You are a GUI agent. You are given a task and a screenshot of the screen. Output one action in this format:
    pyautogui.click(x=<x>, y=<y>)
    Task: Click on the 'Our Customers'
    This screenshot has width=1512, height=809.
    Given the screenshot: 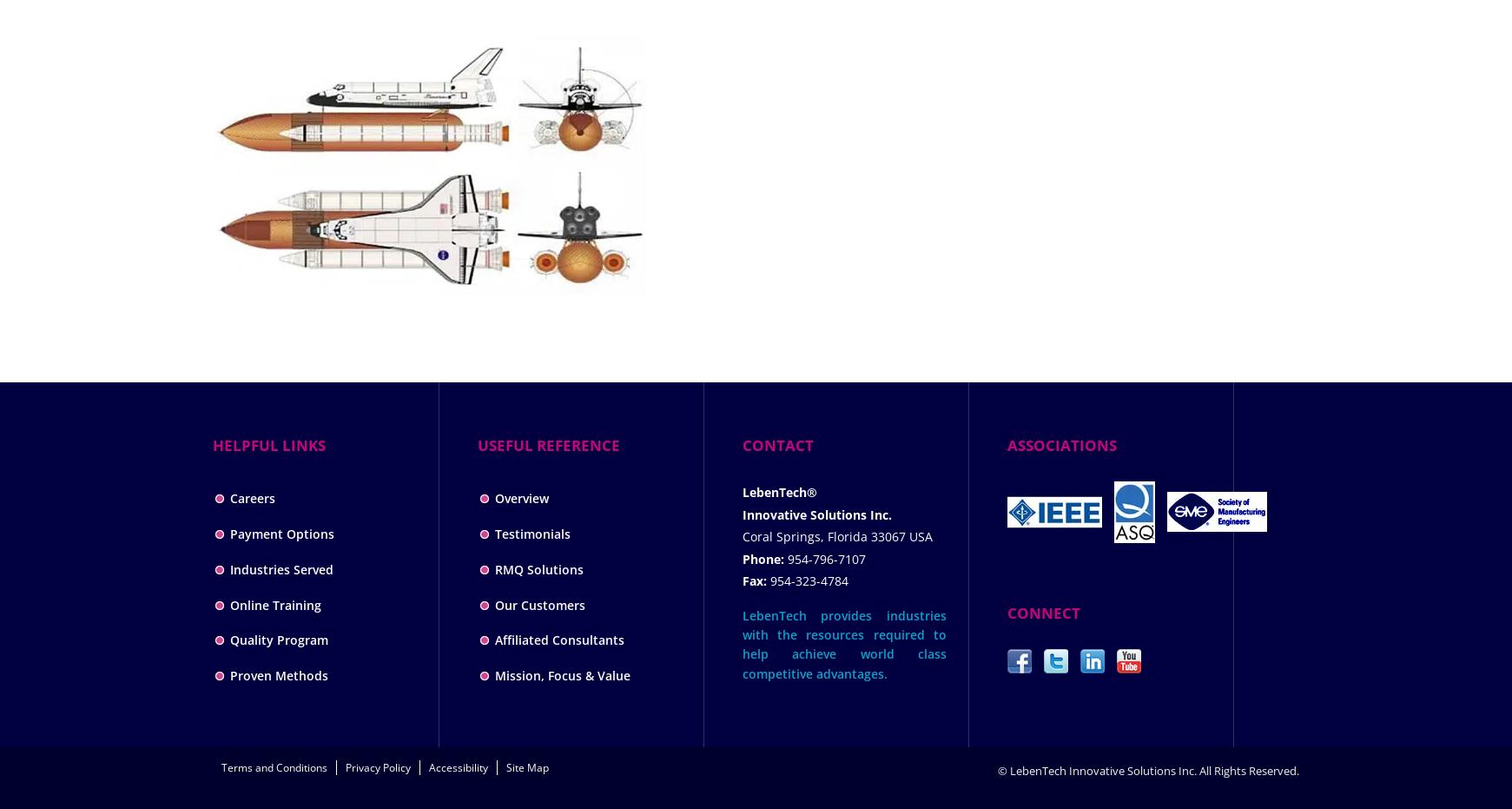 What is the action you would take?
    pyautogui.click(x=539, y=603)
    